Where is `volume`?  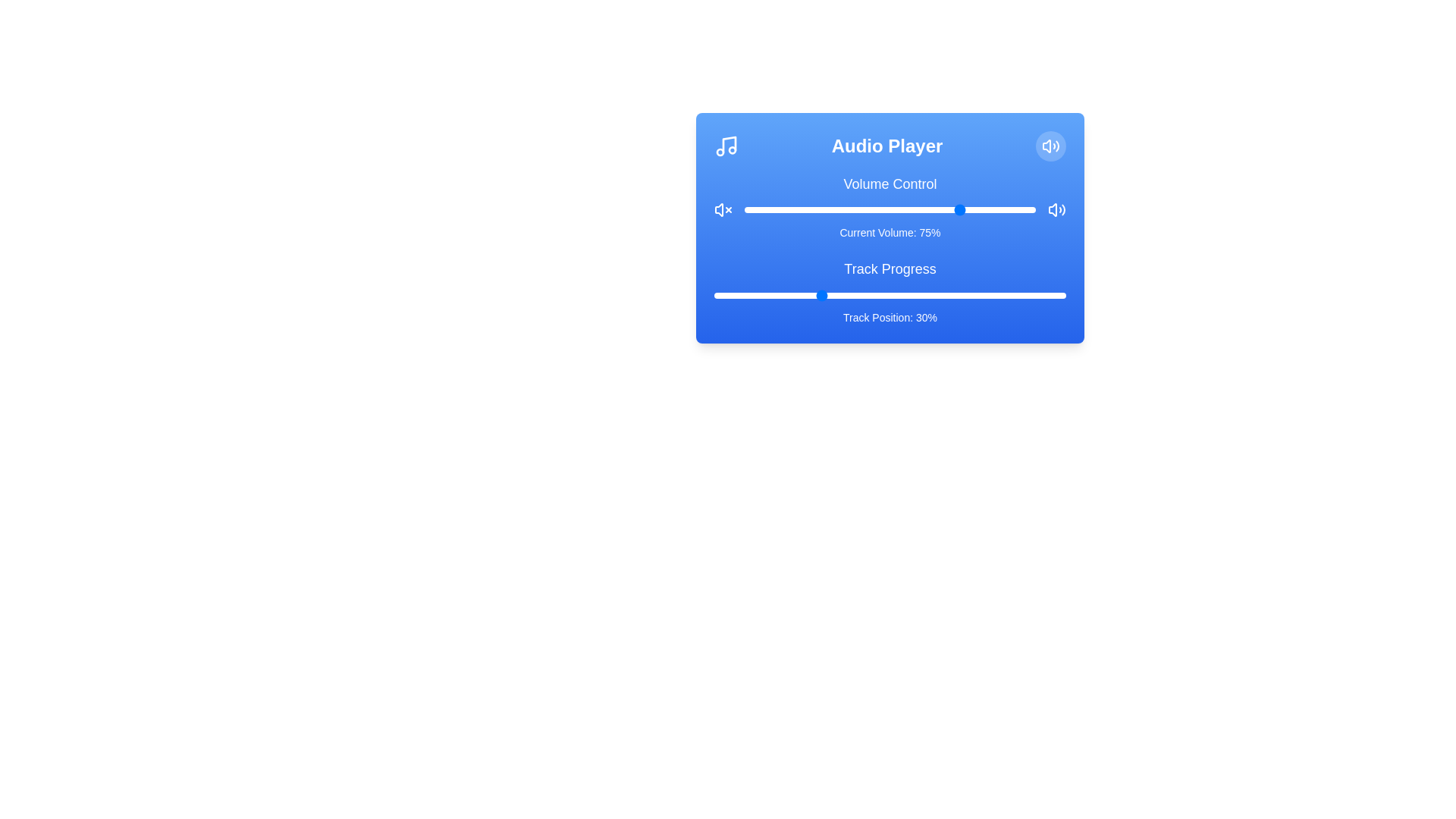
volume is located at coordinates (846, 210).